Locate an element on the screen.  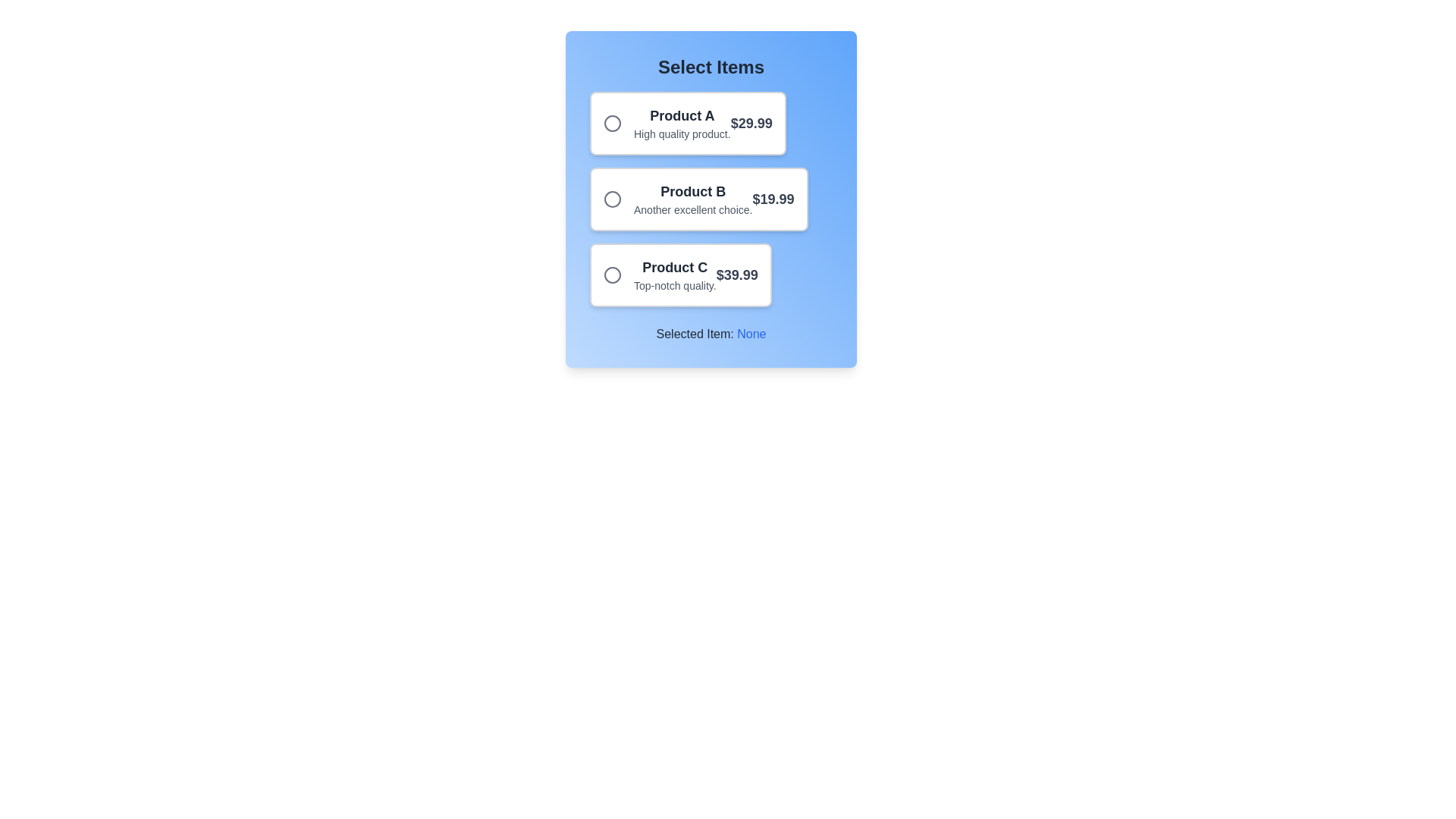
the radio button for 'Product C' is located at coordinates (612, 275).